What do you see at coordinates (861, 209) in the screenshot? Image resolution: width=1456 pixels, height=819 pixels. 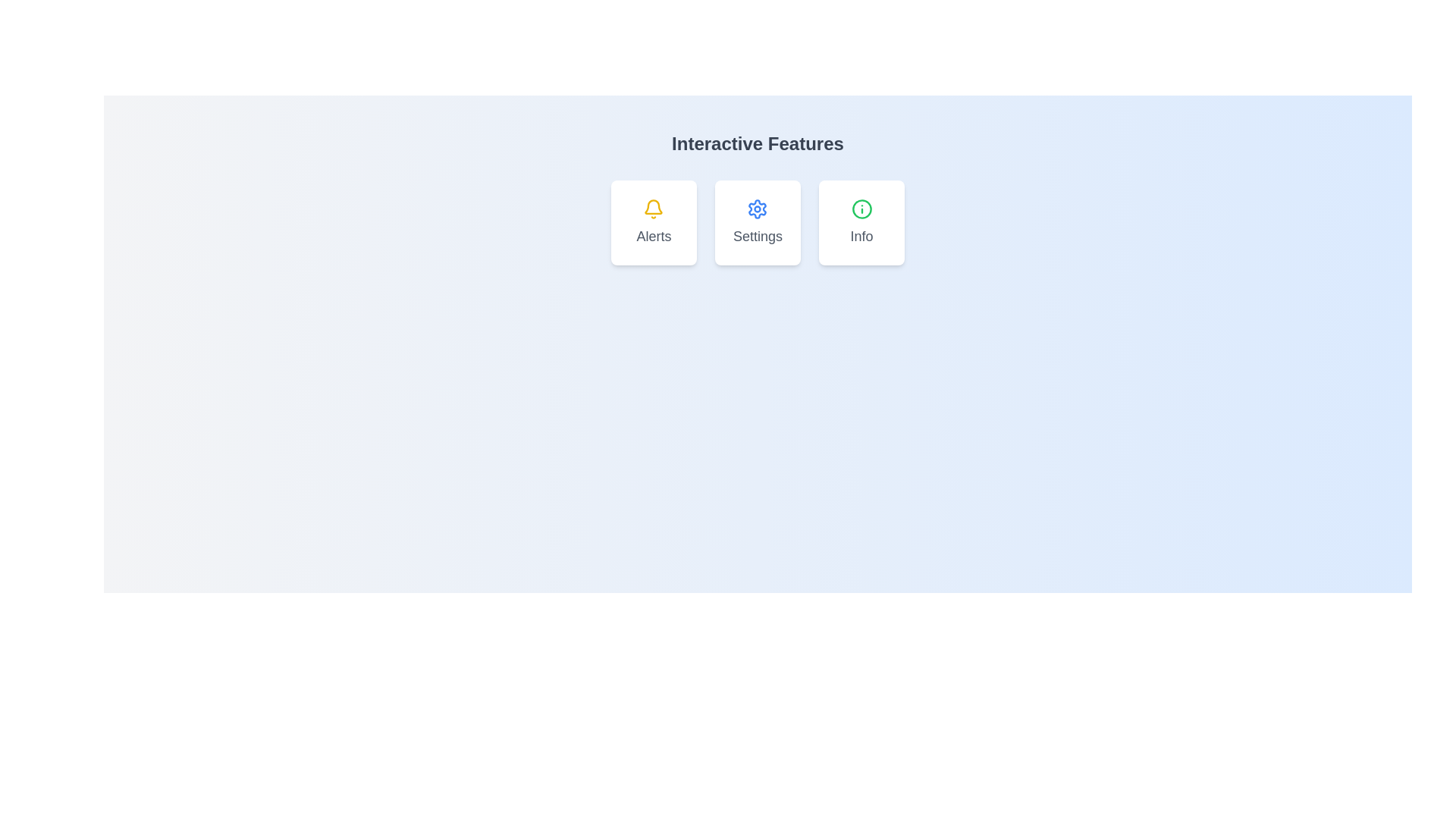 I see `the 'Info' icon represented as a circle, located near the center of the icon among similar icons such as 'Alerts' and 'Settings'` at bounding box center [861, 209].